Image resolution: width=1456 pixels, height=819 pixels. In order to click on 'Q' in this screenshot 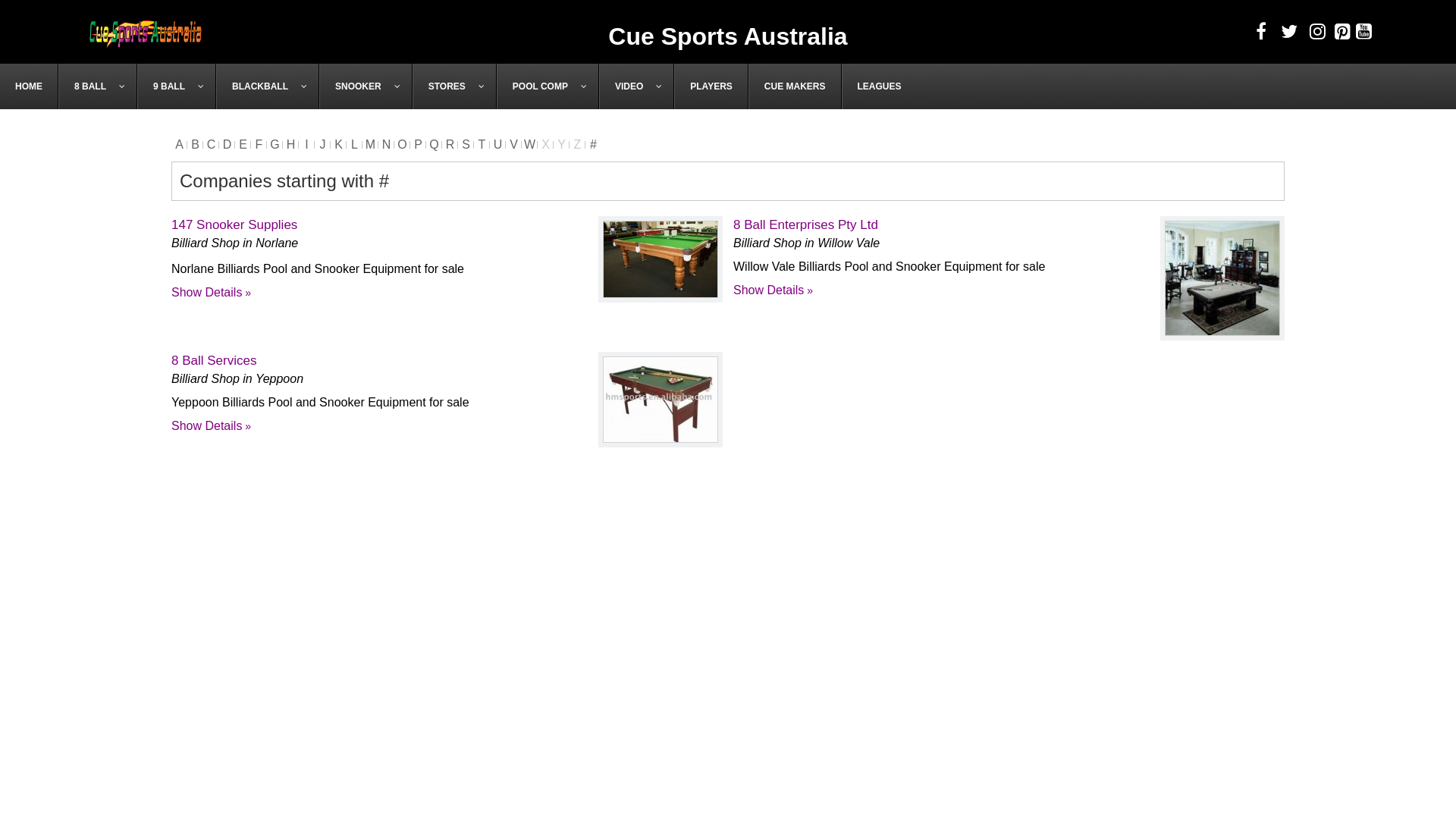, I will do `click(433, 144)`.